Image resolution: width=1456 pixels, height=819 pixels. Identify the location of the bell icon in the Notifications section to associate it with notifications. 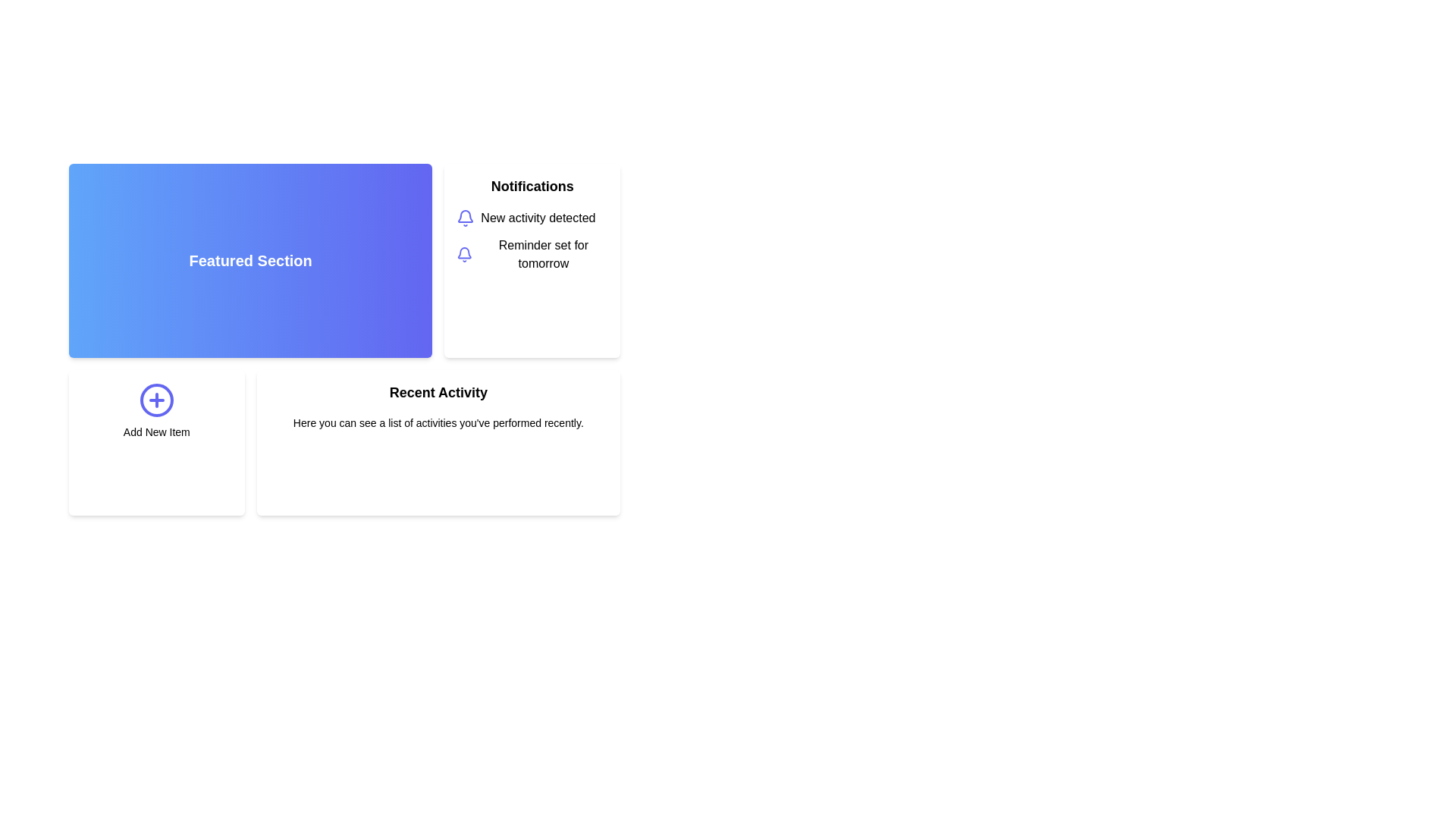
(465, 216).